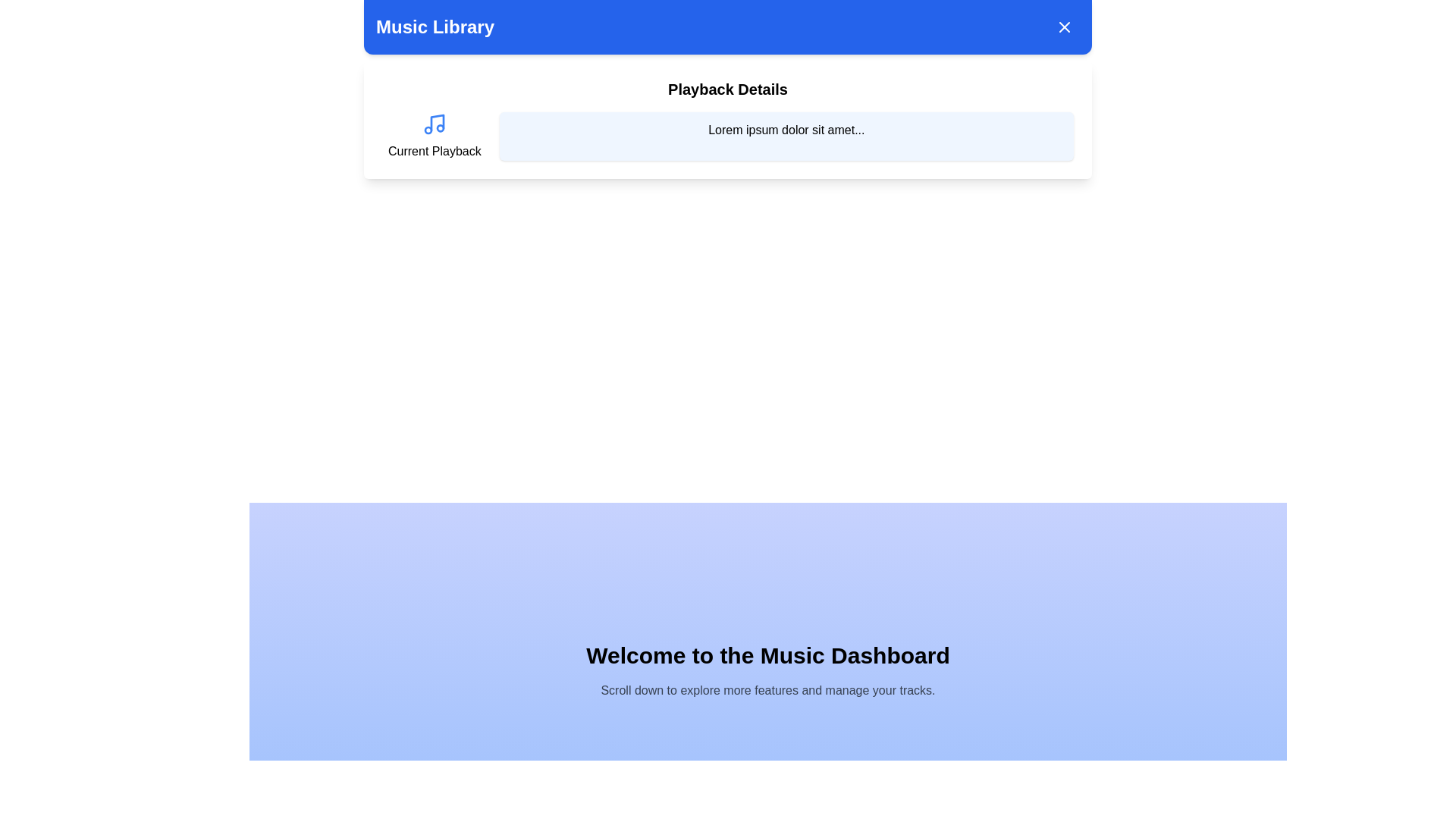 The image size is (1456, 819). What do you see at coordinates (437, 122) in the screenshot?
I see `the vertical line segment resembling a musical note stem within the music-related icon located at the top-left of the card element under the 'Music Library' header` at bounding box center [437, 122].